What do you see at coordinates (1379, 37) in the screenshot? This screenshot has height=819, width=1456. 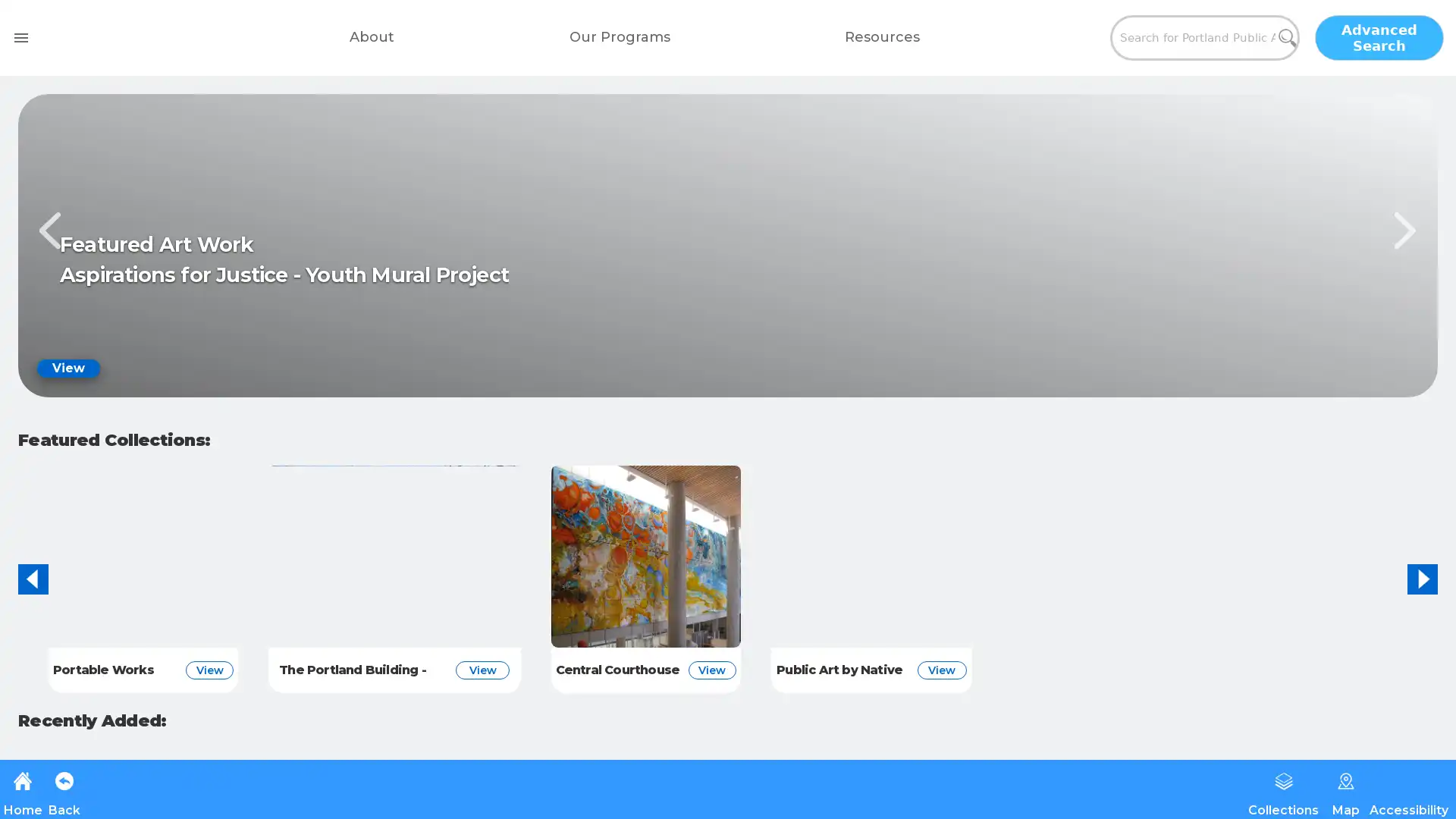 I see `Advanced Search` at bounding box center [1379, 37].